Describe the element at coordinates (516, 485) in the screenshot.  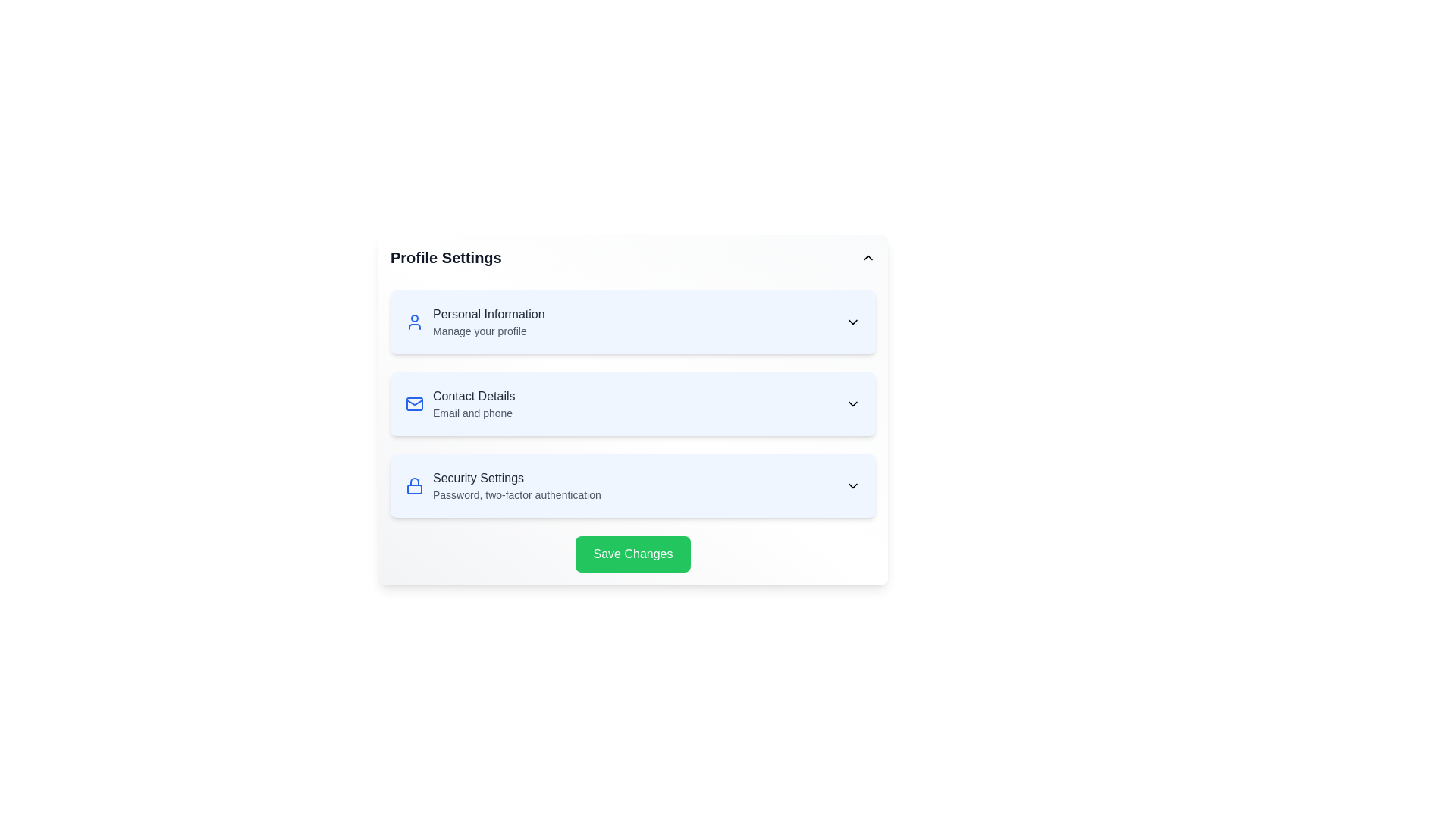
I see `text of the label group that describes the security-related settings for managing passwords and two-factor authentication options, located in the Profile Settings section` at that location.